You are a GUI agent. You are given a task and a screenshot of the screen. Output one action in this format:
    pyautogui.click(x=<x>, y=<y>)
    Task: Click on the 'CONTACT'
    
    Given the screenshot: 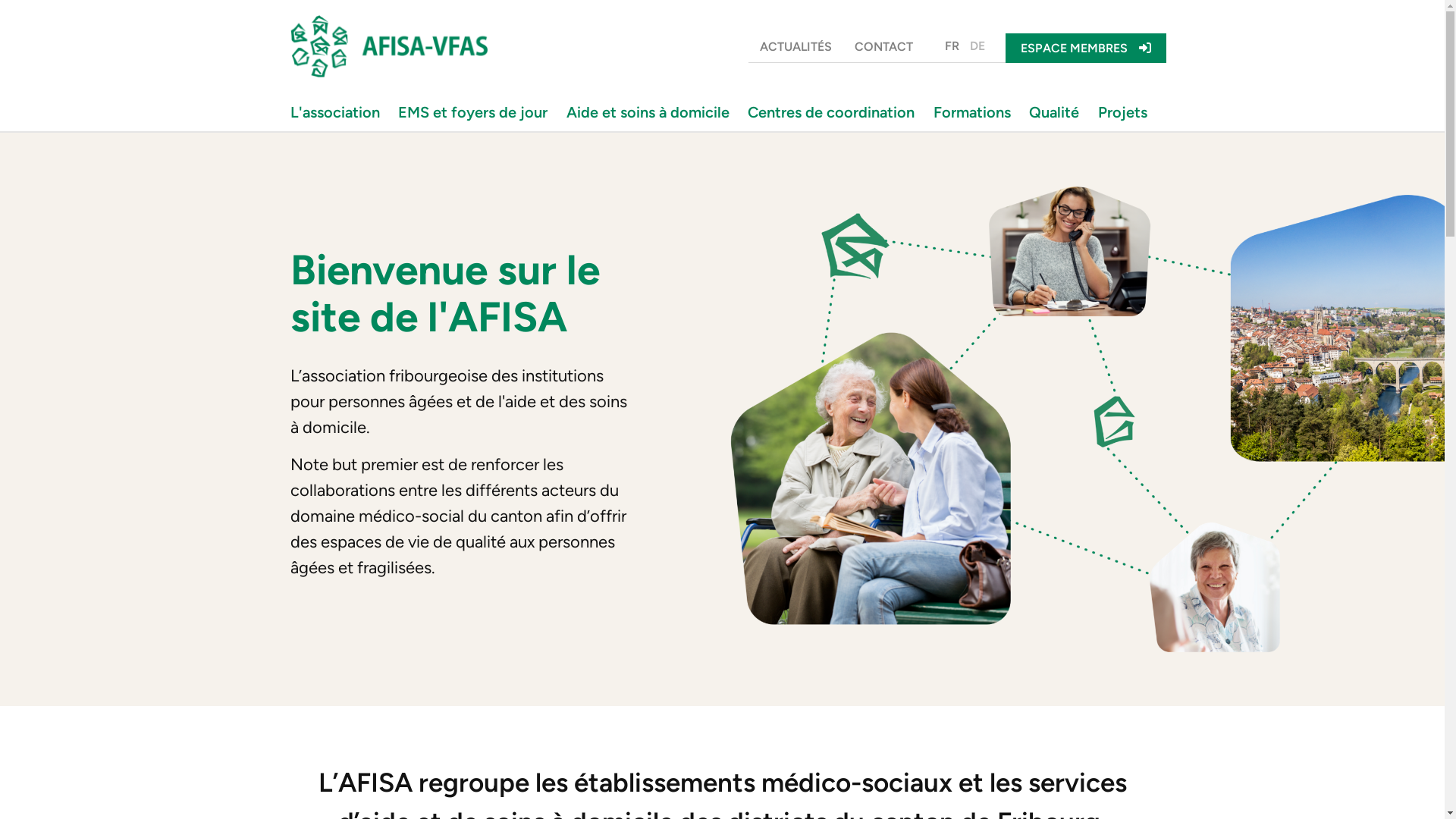 What is the action you would take?
    pyautogui.click(x=883, y=45)
    